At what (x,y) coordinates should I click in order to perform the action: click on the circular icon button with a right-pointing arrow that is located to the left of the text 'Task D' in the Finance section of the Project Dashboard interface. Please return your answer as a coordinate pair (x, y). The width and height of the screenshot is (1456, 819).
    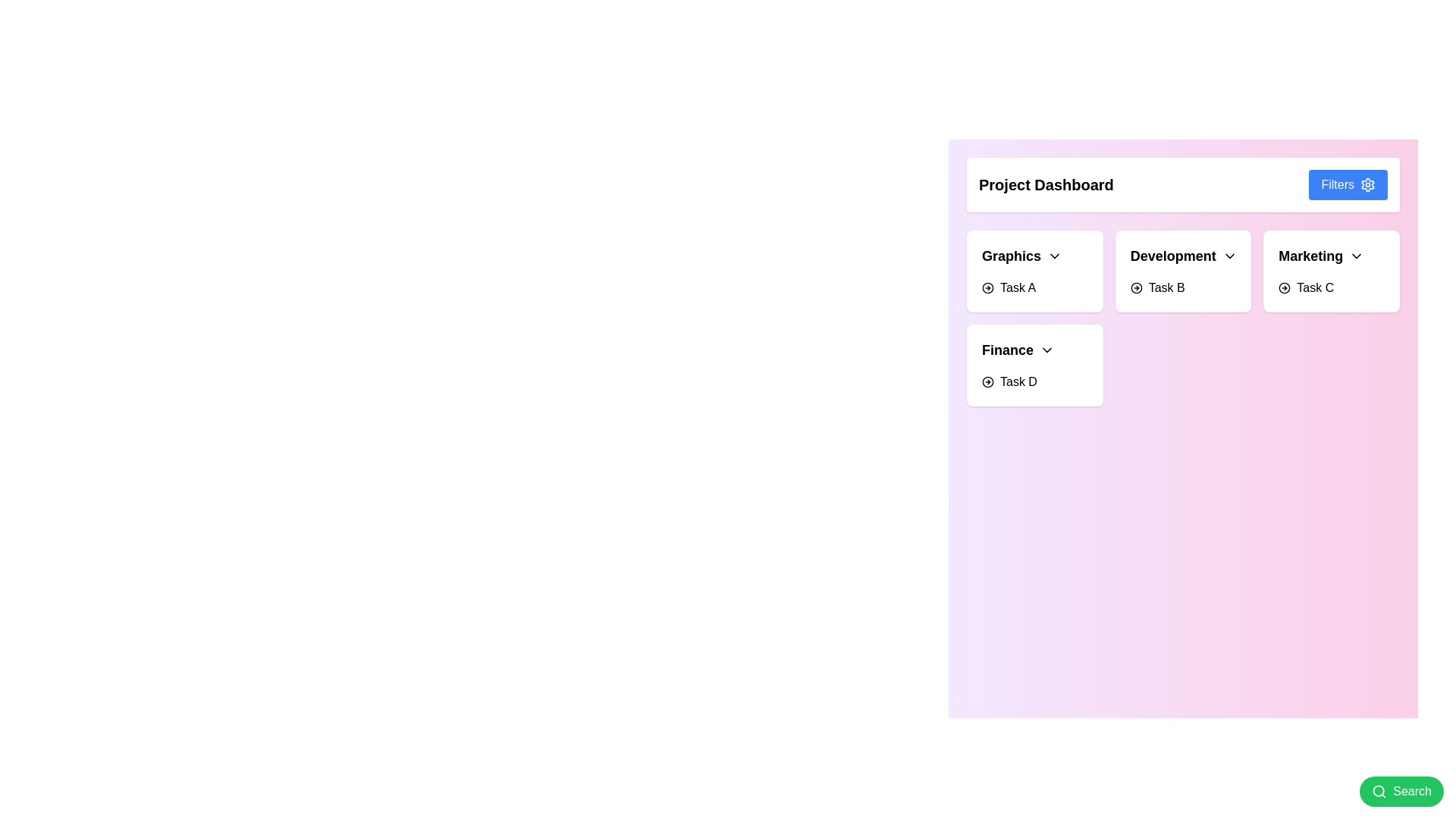
    Looking at the image, I should click on (987, 381).